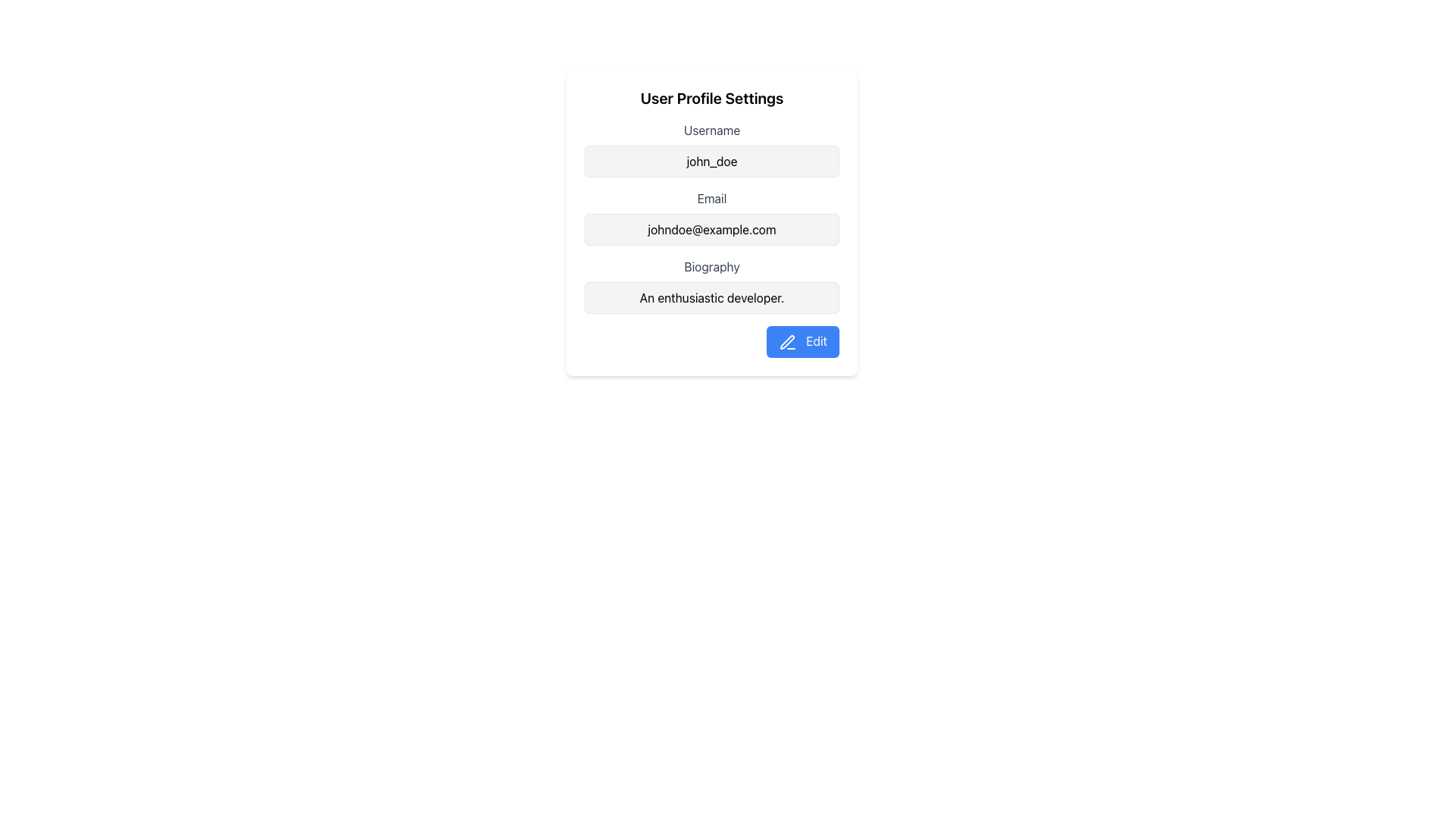 This screenshot has width=1456, height=819. What do you see at coordinates (802, 341) in the screenshot?
I see `the 'Edit' button, which is a rectangular button with rounded edges, featuring a blue background and white text, located at the bottom-right corner of the user profile settings card` at bounding box center [802, 341].